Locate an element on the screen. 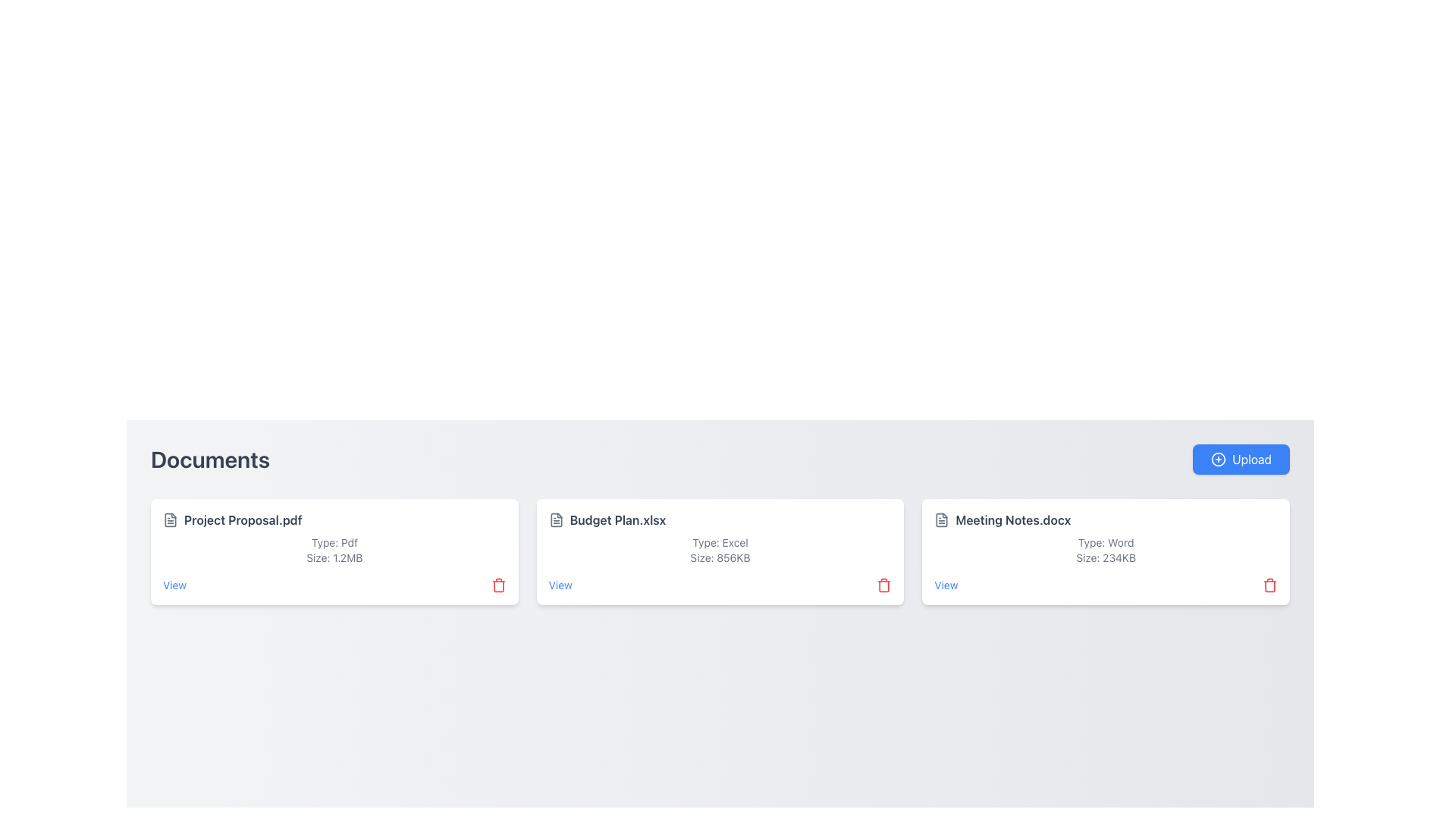 The height and width of the screenshot is (819, 1456). the File Card UI Component that displays details of the file named 'Meeting Notes.docx', located in the third column of a three-column grid layout under the 'Documents' section is located at coordinates (1106, 552).